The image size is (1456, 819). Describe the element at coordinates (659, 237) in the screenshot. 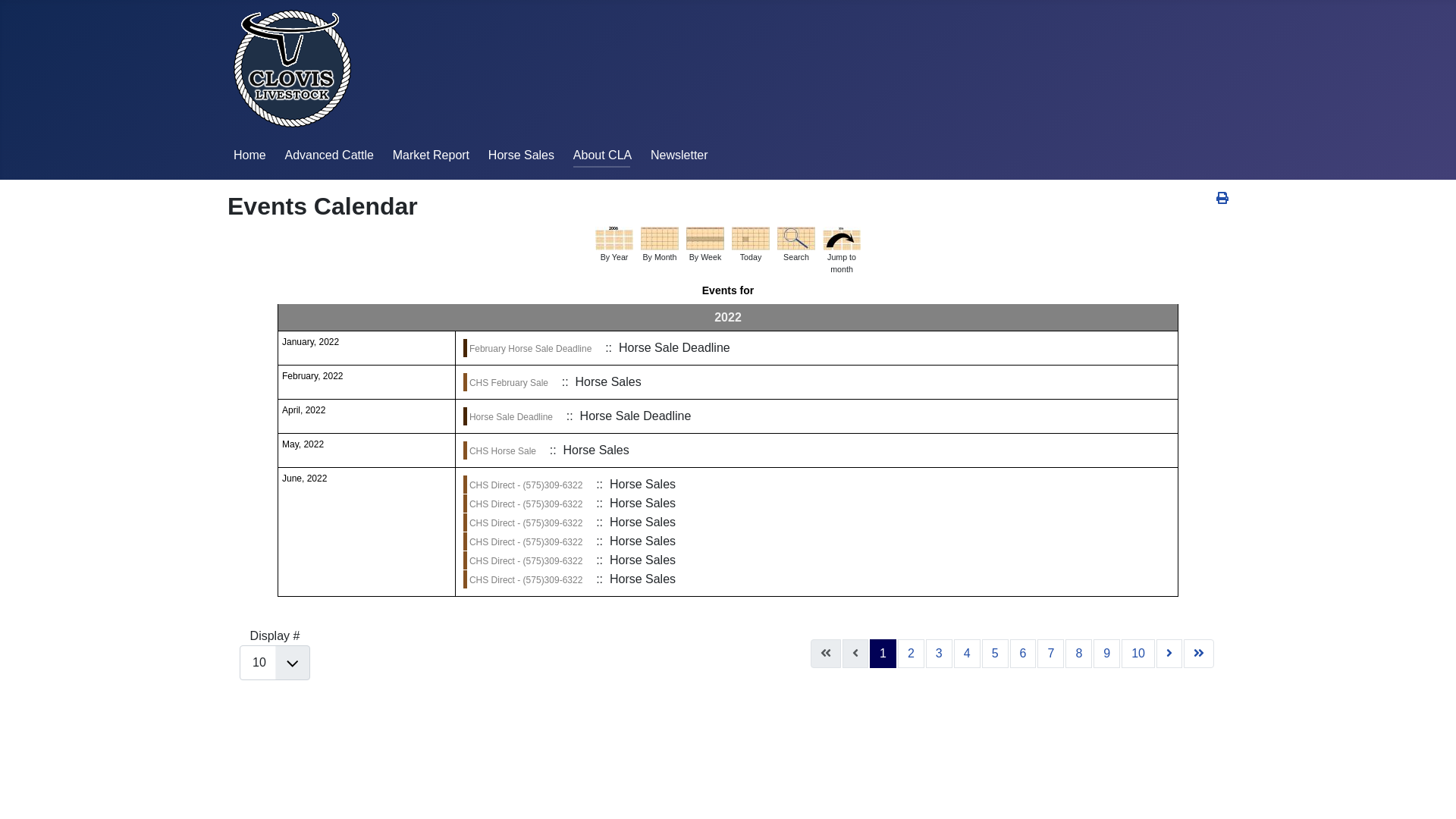

I see `'By Month'` at that location.